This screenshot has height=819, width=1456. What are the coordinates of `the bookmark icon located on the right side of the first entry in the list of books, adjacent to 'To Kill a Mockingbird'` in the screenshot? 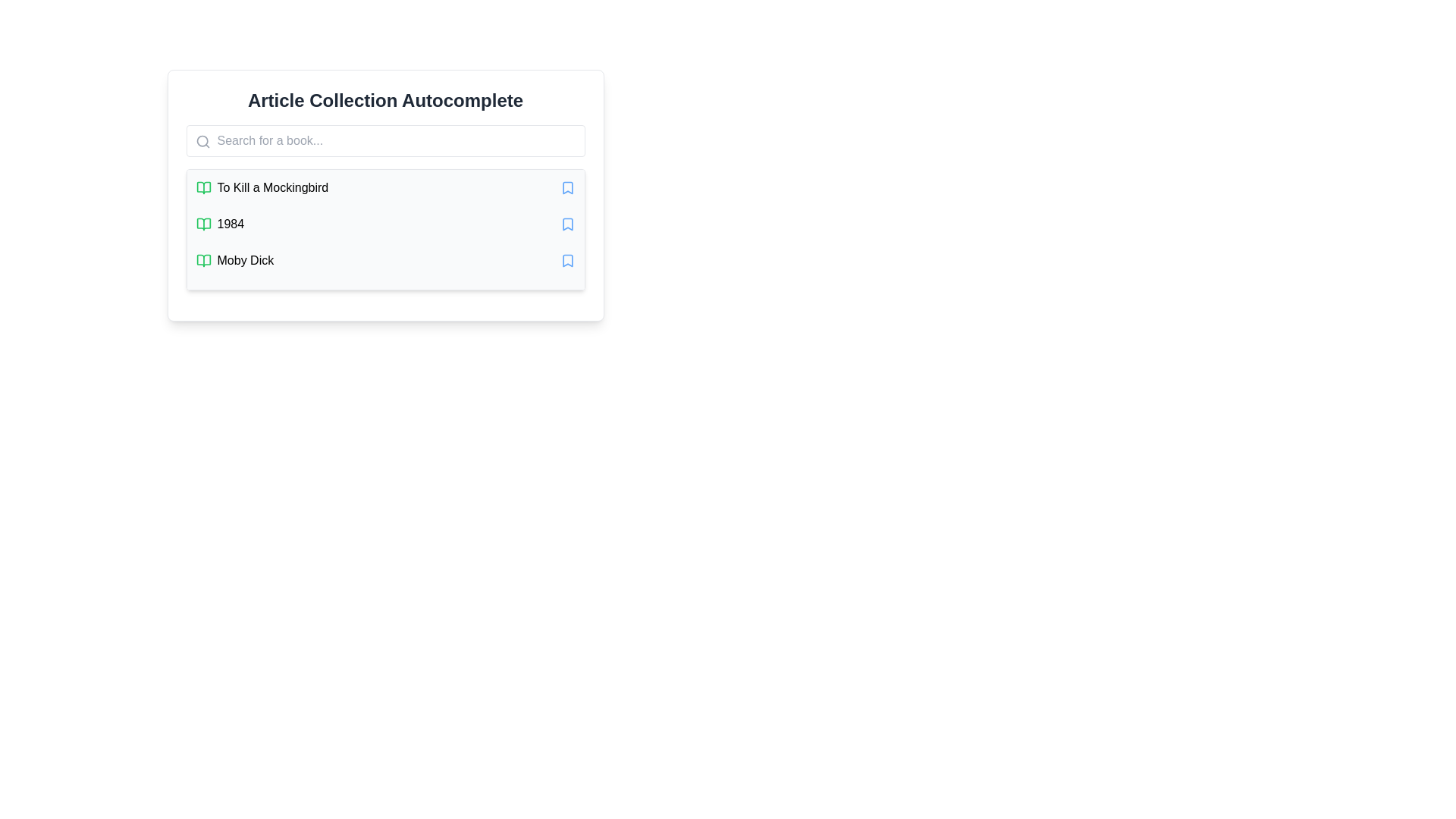 It's located at (566, 187).